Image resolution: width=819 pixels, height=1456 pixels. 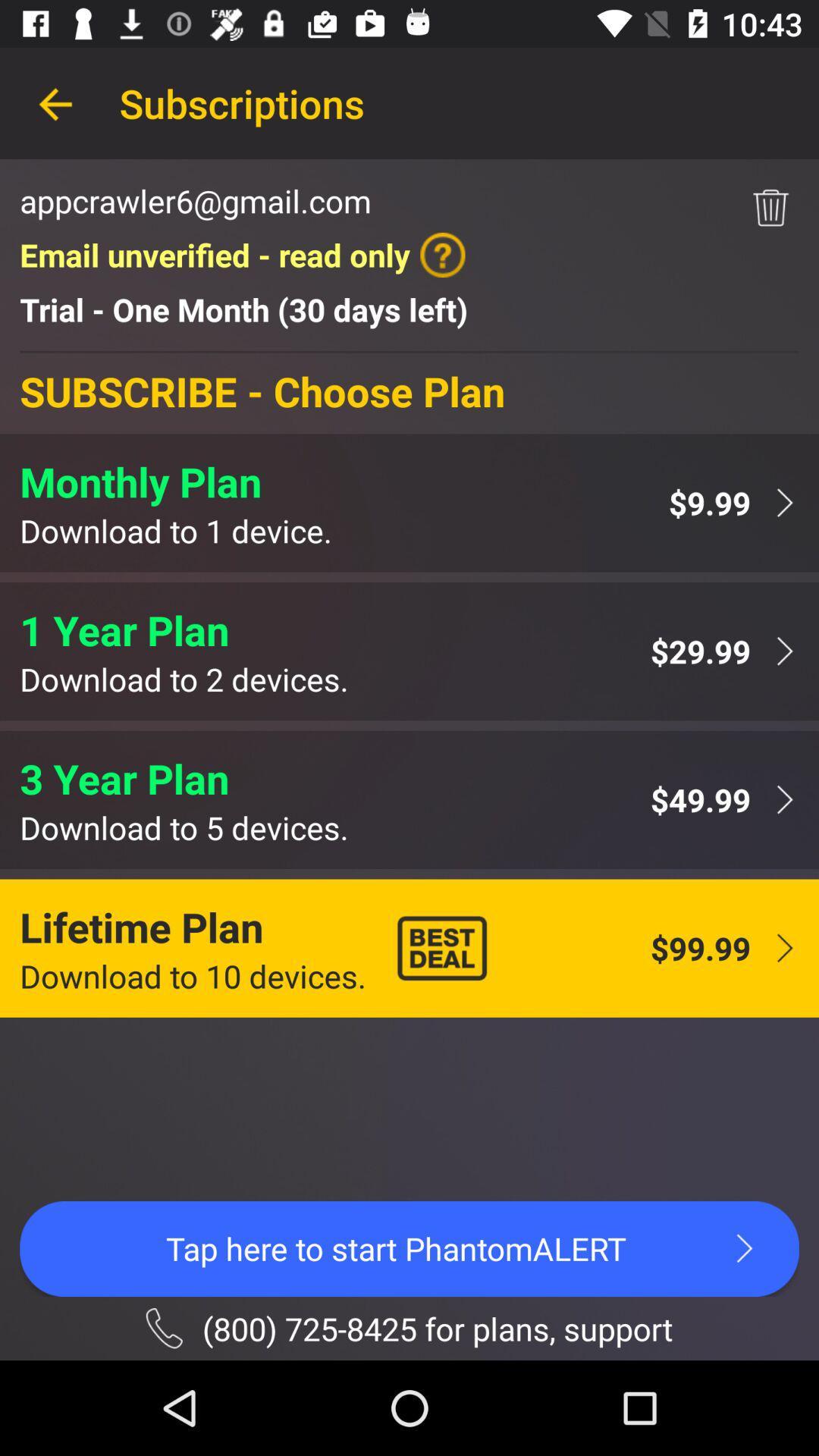 I want to click on the app to the left of the subscriptions icon, so click(x=55, y=102).